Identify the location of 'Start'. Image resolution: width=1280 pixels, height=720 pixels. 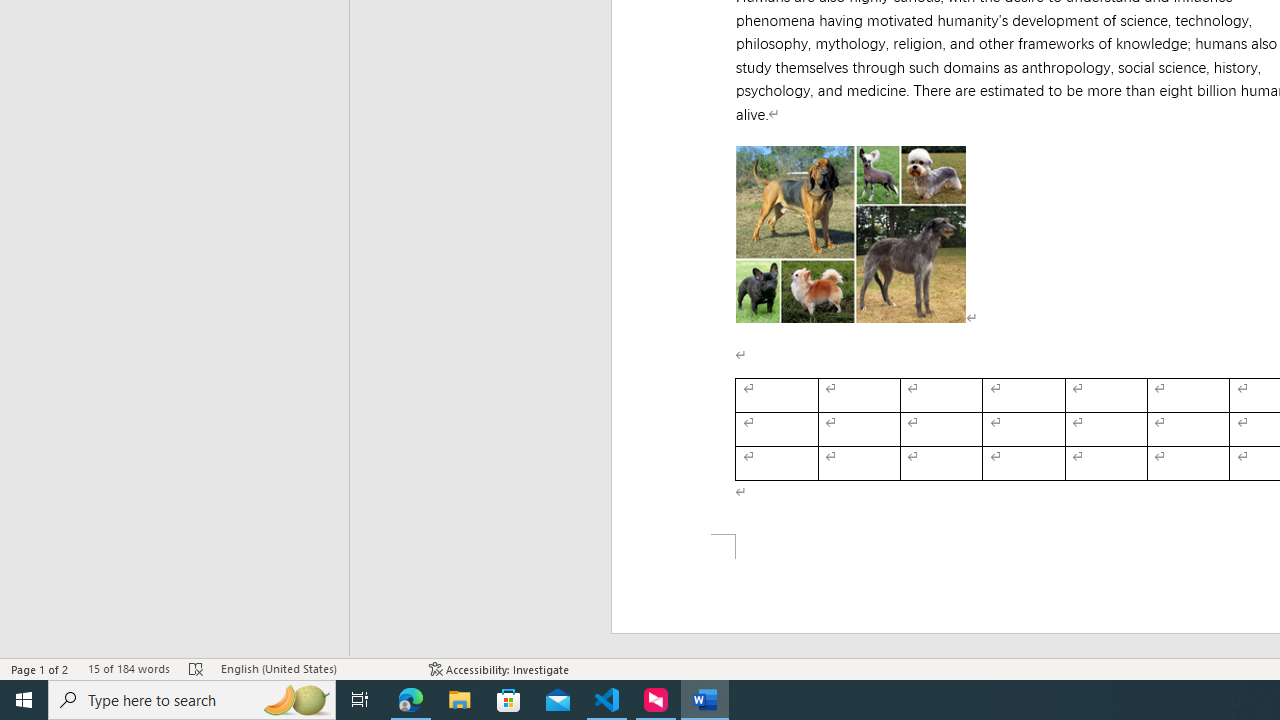
(24, 698).